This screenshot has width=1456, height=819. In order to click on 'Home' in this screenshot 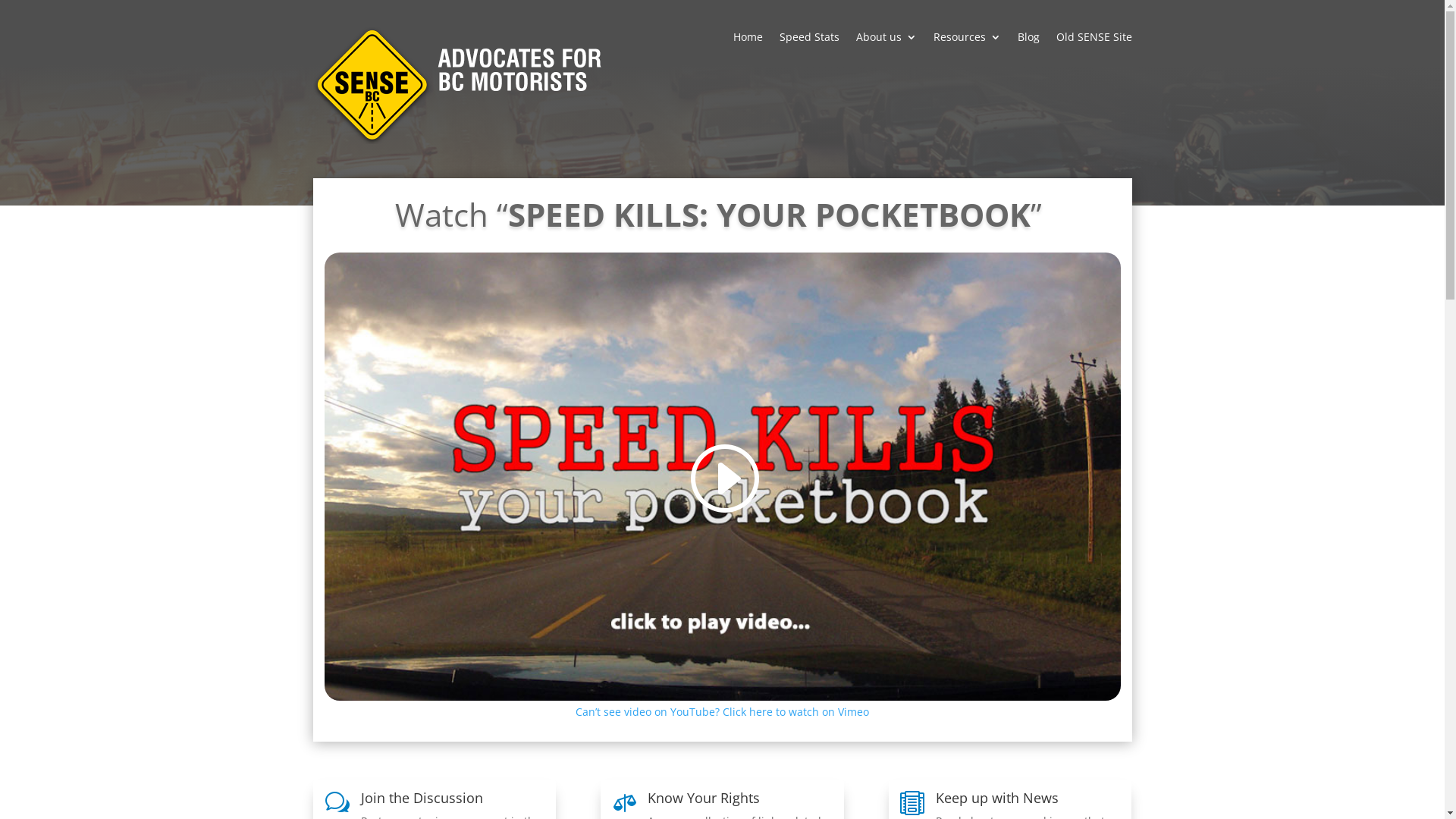, I will do `click(747, 47)`.